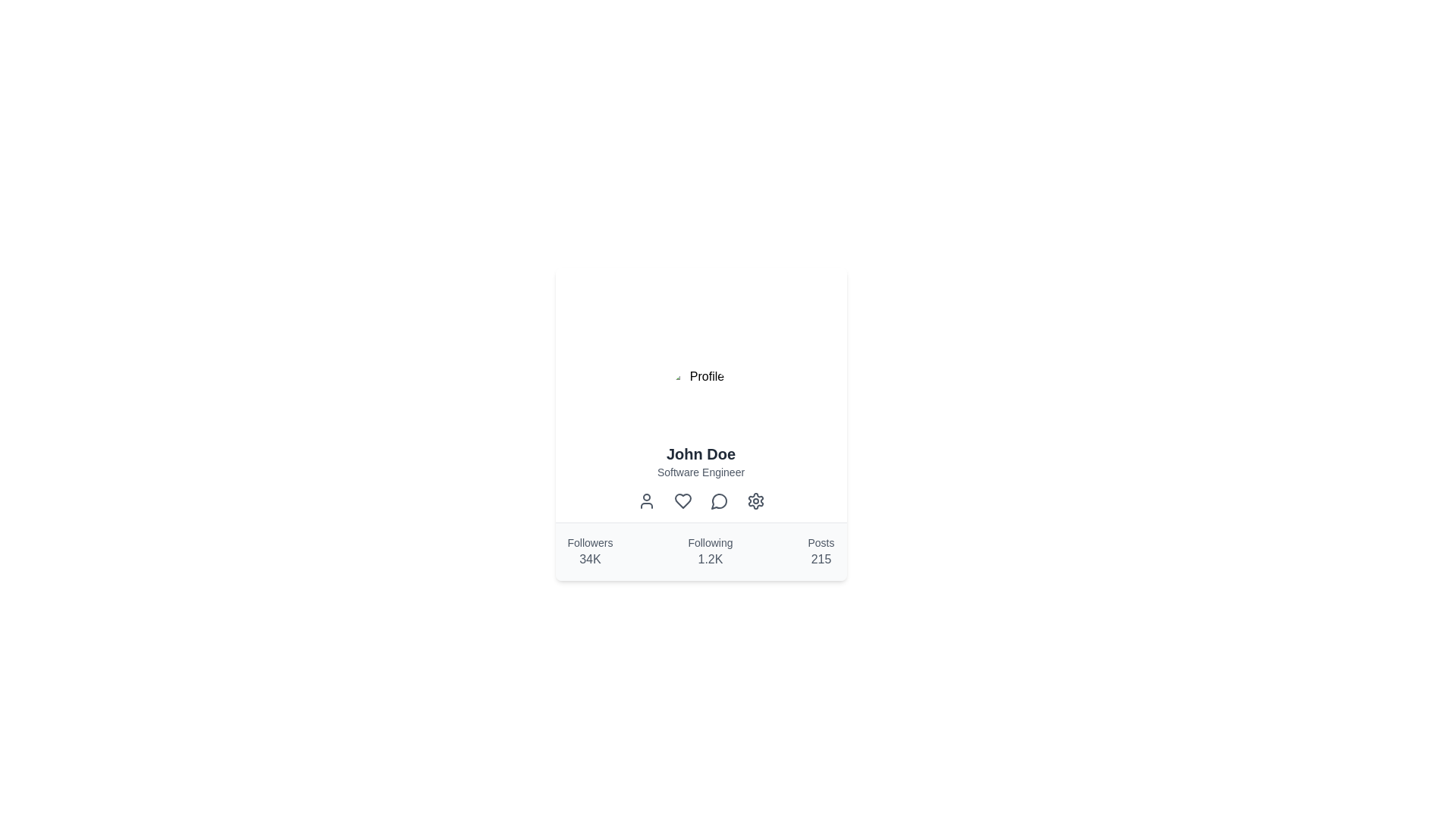  I want to click on statistics displayed in the Text display section of the user's profile, which includes 'Followers', 'Following', and 'Posts' with their respective numbers, so click(700, 551).